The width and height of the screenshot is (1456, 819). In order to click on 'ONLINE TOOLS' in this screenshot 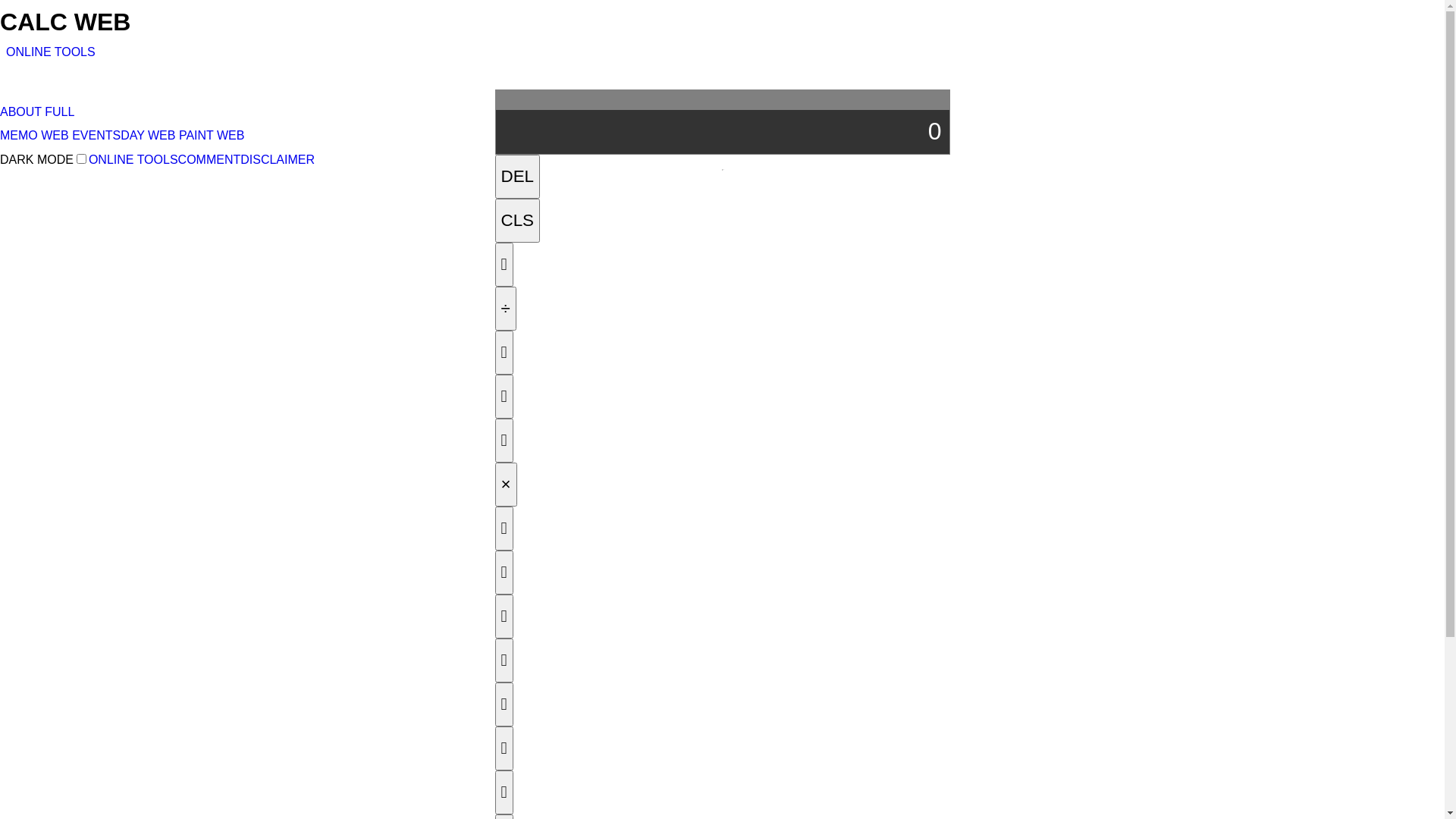, I will do `click(51, 51)`.